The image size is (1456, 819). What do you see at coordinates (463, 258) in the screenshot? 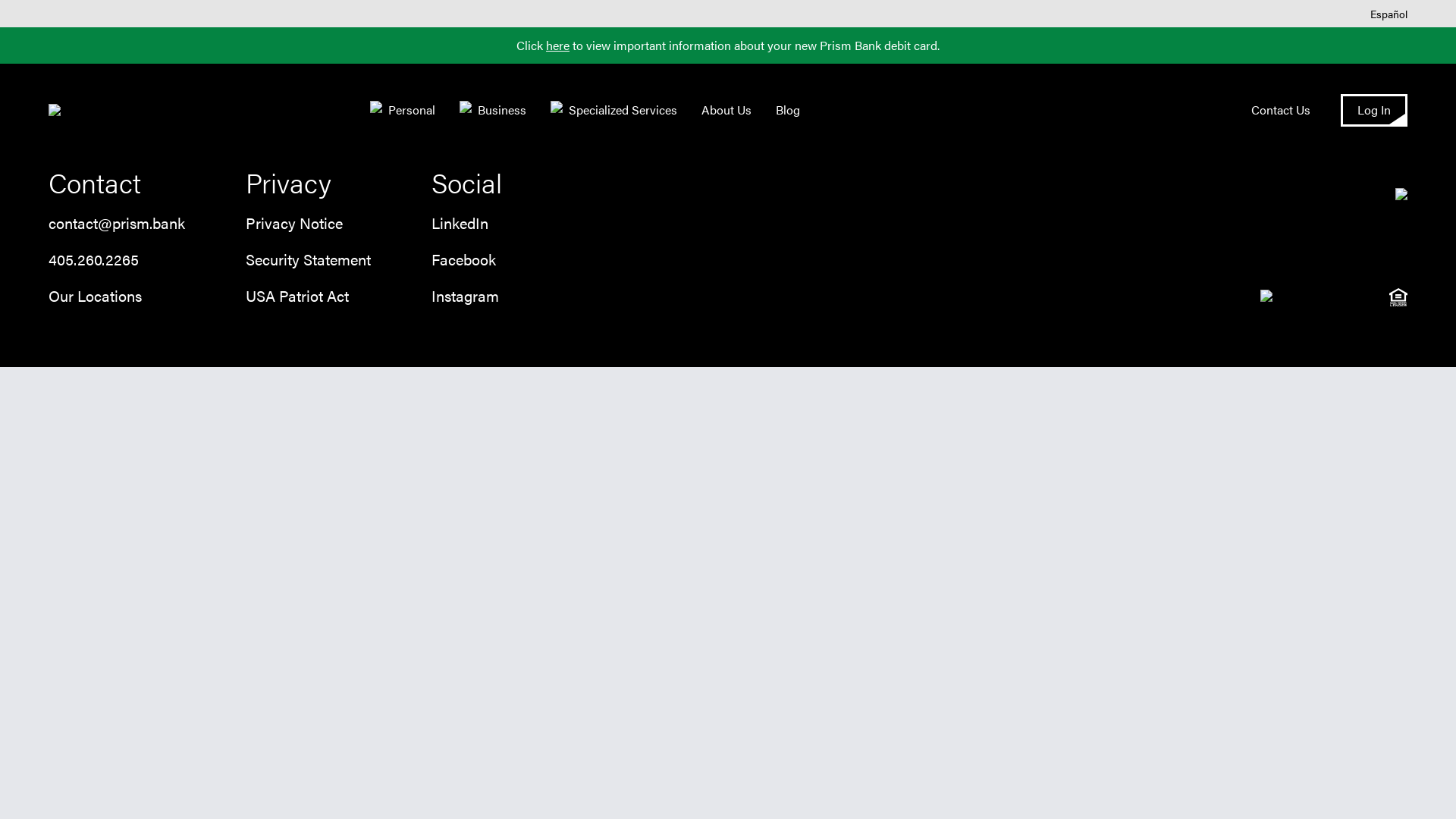
I see `'Facebook'` at bounding box center [463, 258].